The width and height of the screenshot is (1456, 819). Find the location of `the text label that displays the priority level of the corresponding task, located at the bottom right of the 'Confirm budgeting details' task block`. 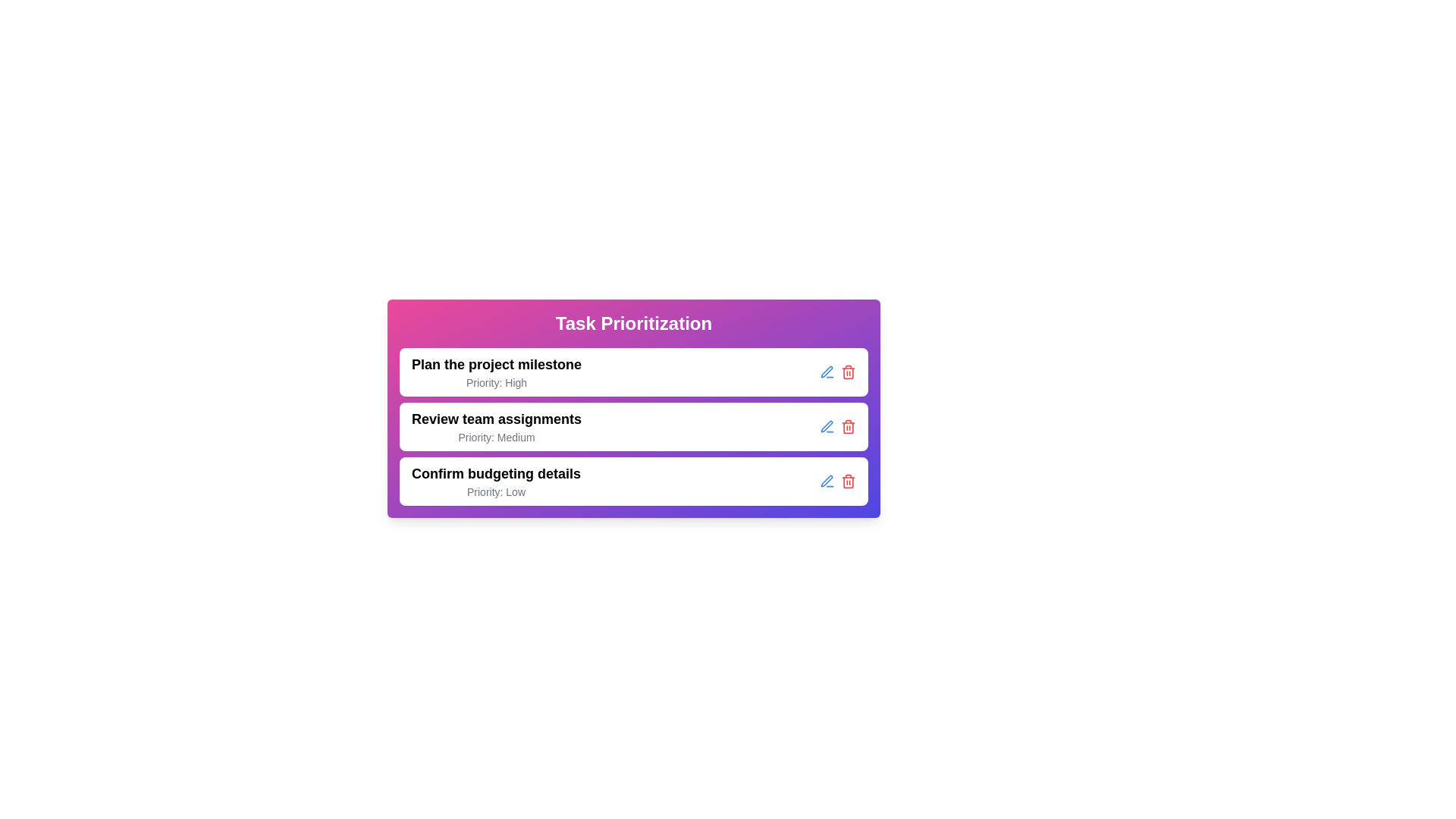

the text label that displays the priority level of the corresponding task, located at the bottom right of the 'Confirm budgeting details' task block is located at coordinates (496, 491).